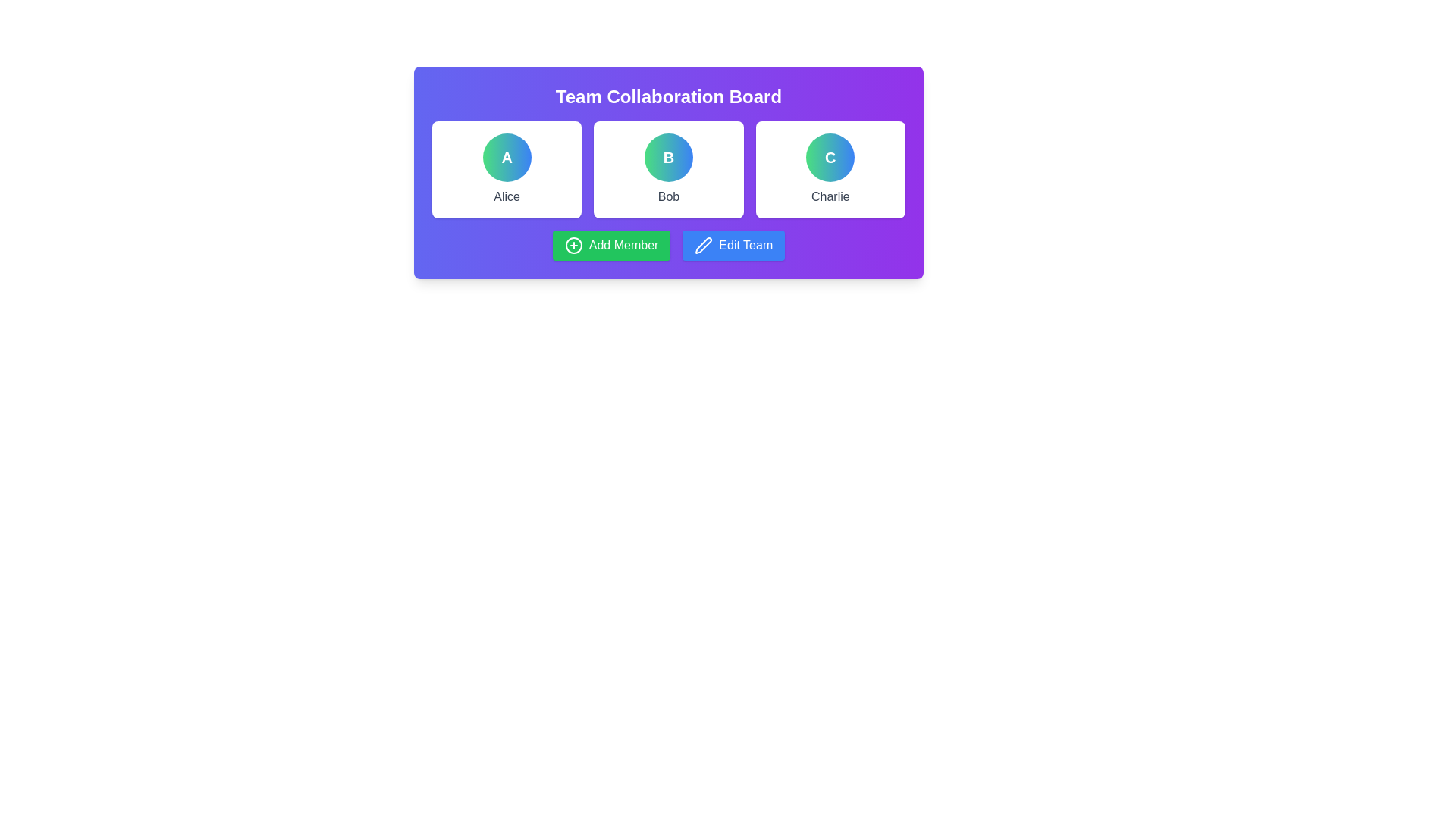 This screenshot has width=1456, height=819. What do you see at coordinates (668, 171) in the screenshot?
I see `the informational card representing team member 'Bob', which displays his details and is located in the center of the team collaboration board` at bounding box center [668, 171].